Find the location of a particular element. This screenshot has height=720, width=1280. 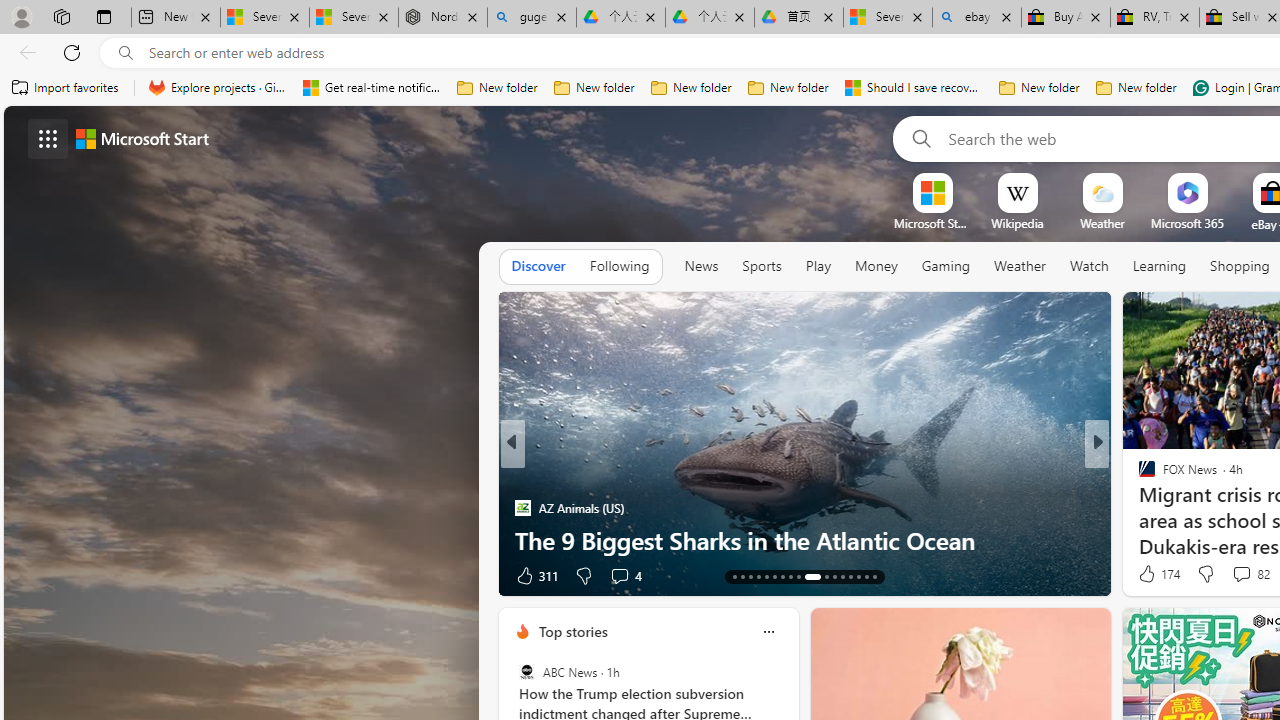

'Start the conversation' is located at coordinates (1211, 575).